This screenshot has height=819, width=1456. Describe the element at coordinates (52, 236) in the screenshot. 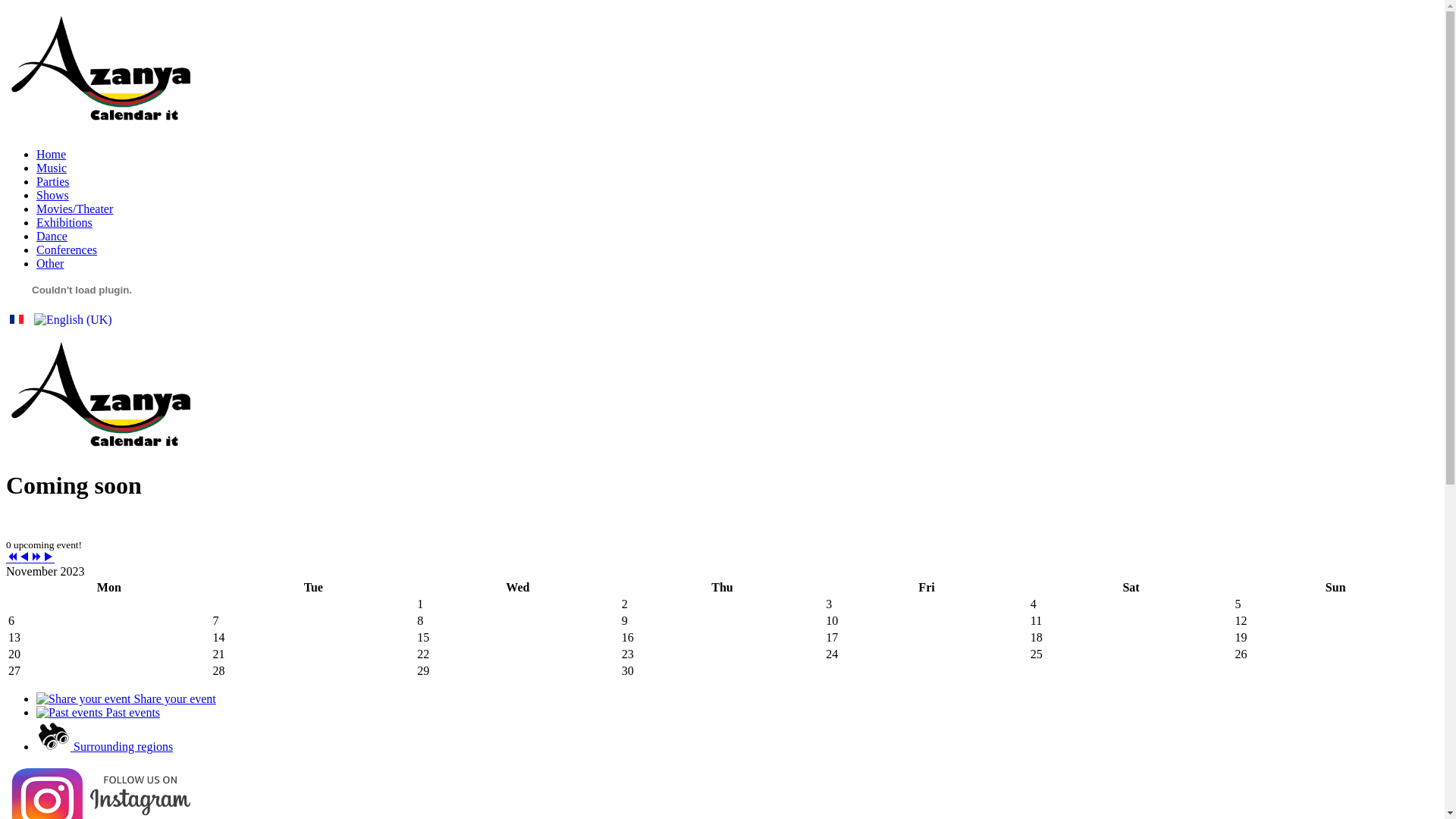

I see `'Dance'` at that location.